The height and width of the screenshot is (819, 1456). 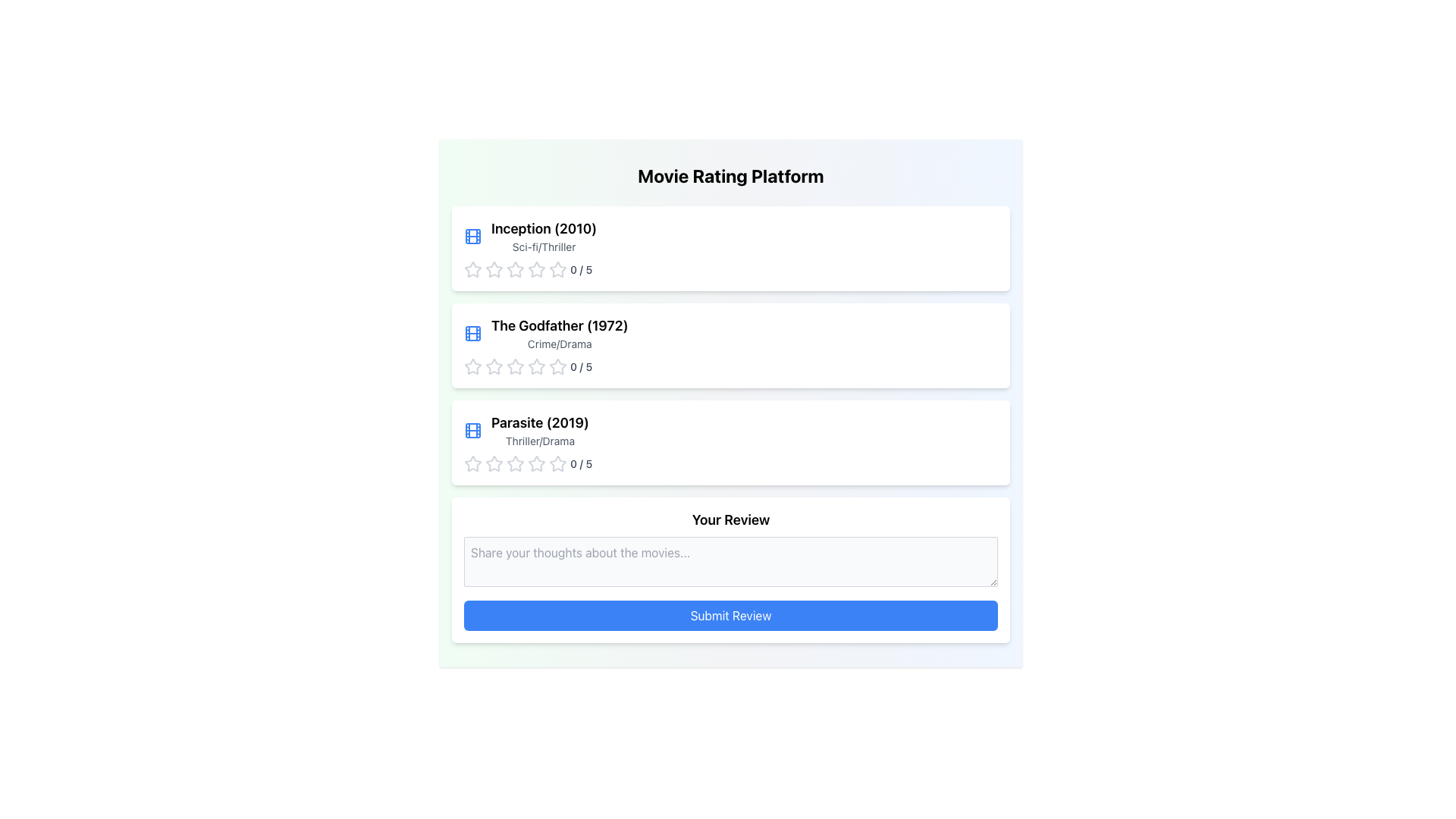 What do you see at coordinates (516, 268) in the screenshot?
I see `the first star-shaped rating icon in the row below the movie title 'Inception (2010)' and its genre 'Sci-fi/Thriller'` at bounding box center [516, 268].